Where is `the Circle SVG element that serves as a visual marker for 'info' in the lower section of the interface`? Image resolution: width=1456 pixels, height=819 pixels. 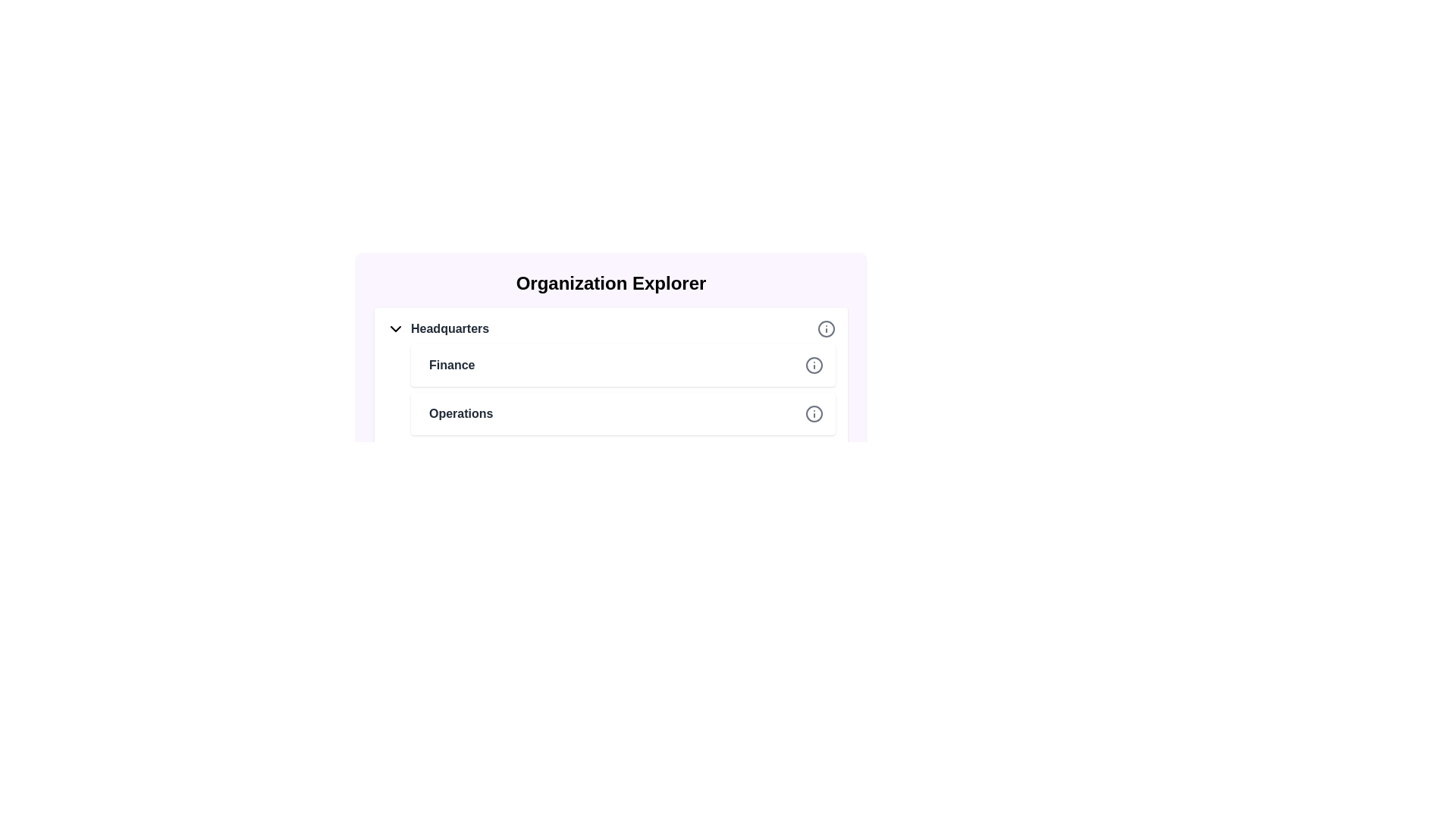
the Circle SVG element that serves as a visual marker for 'info' in the lower section of the interface is located at coordinates (825, 473).